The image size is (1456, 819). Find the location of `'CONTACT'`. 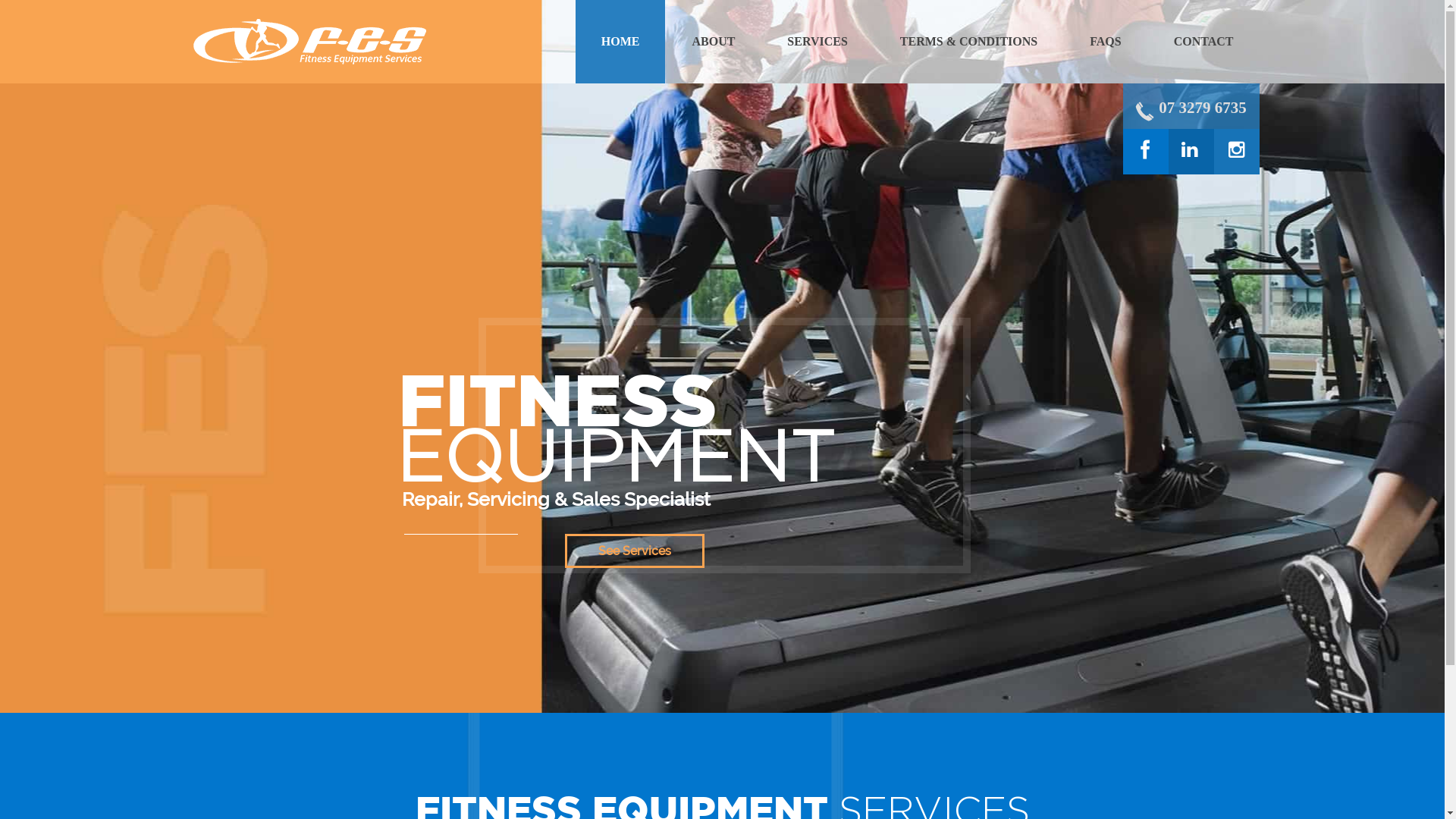

'CONTACT' is located at coordinates (1147, 40).